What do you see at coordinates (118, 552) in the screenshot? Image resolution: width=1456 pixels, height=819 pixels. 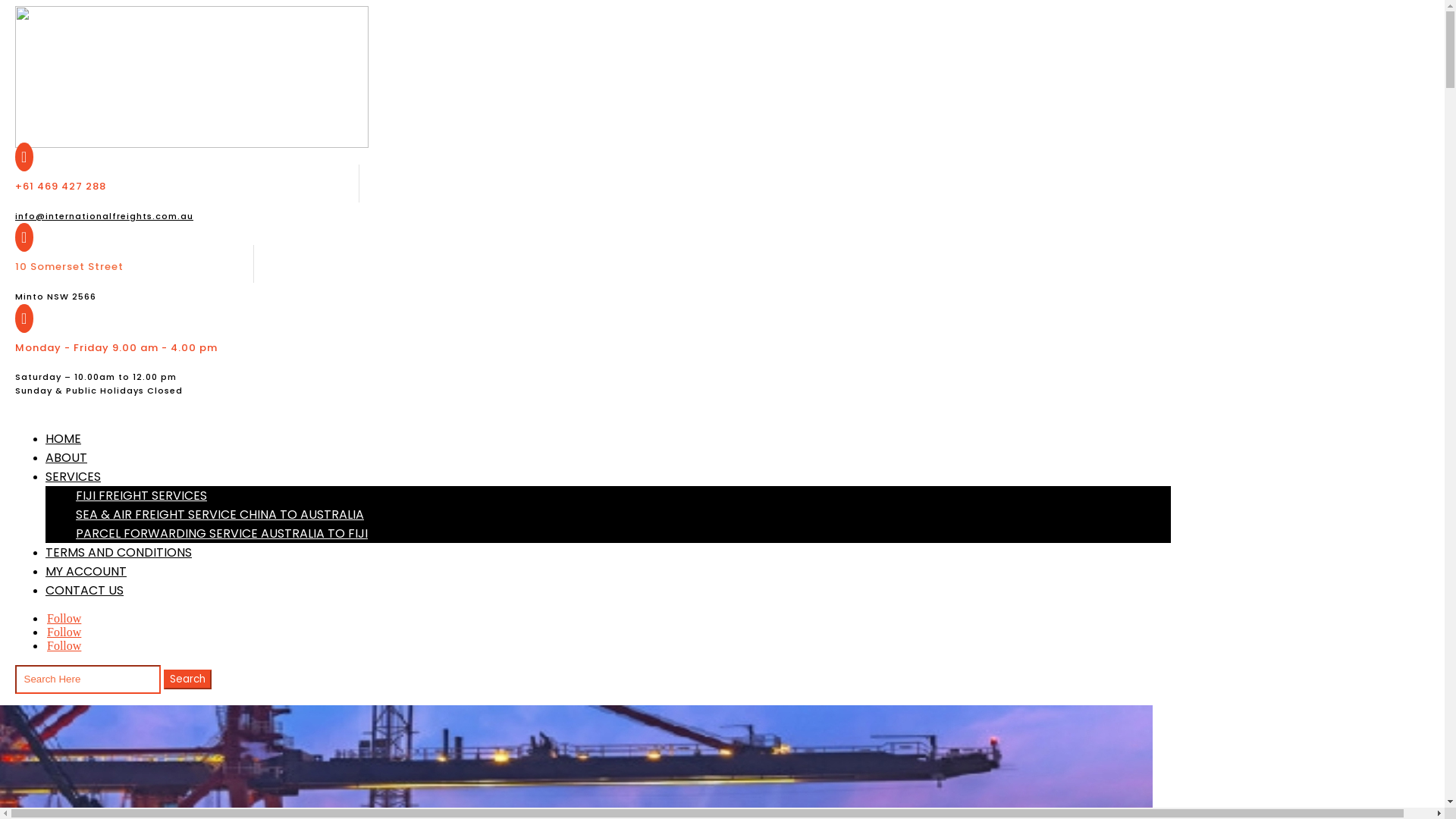 I see `'TERMS AND CONDITIONS'` at bounding box center [118, 552].